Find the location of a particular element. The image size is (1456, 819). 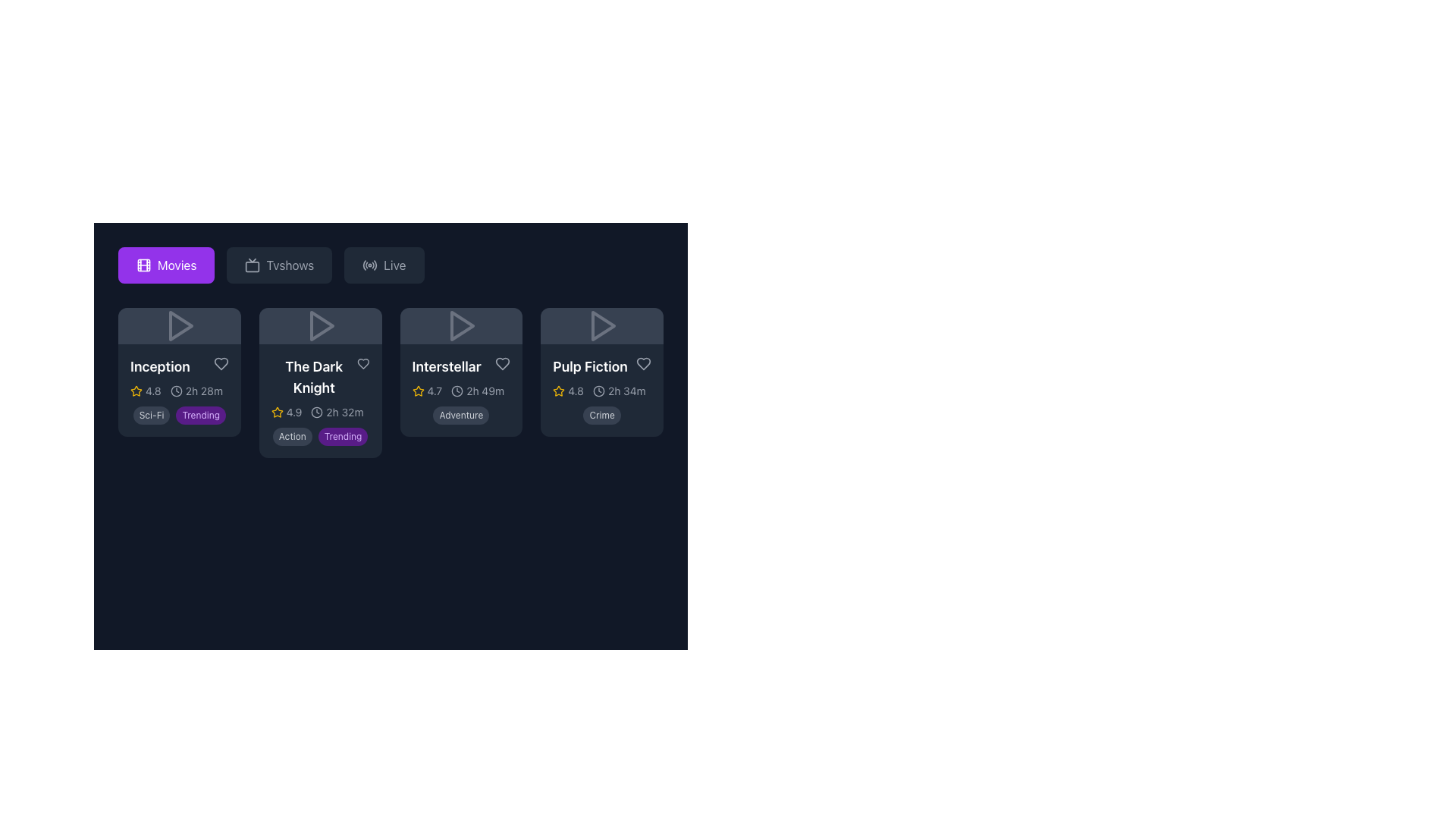

the circular clock icon representing the runtime of the 'Interstellar' movie card, which has a hand pointing to a specific time and is styled in a minimalist outline next to the text '2h 49m' is located at coordinates (457, 391).